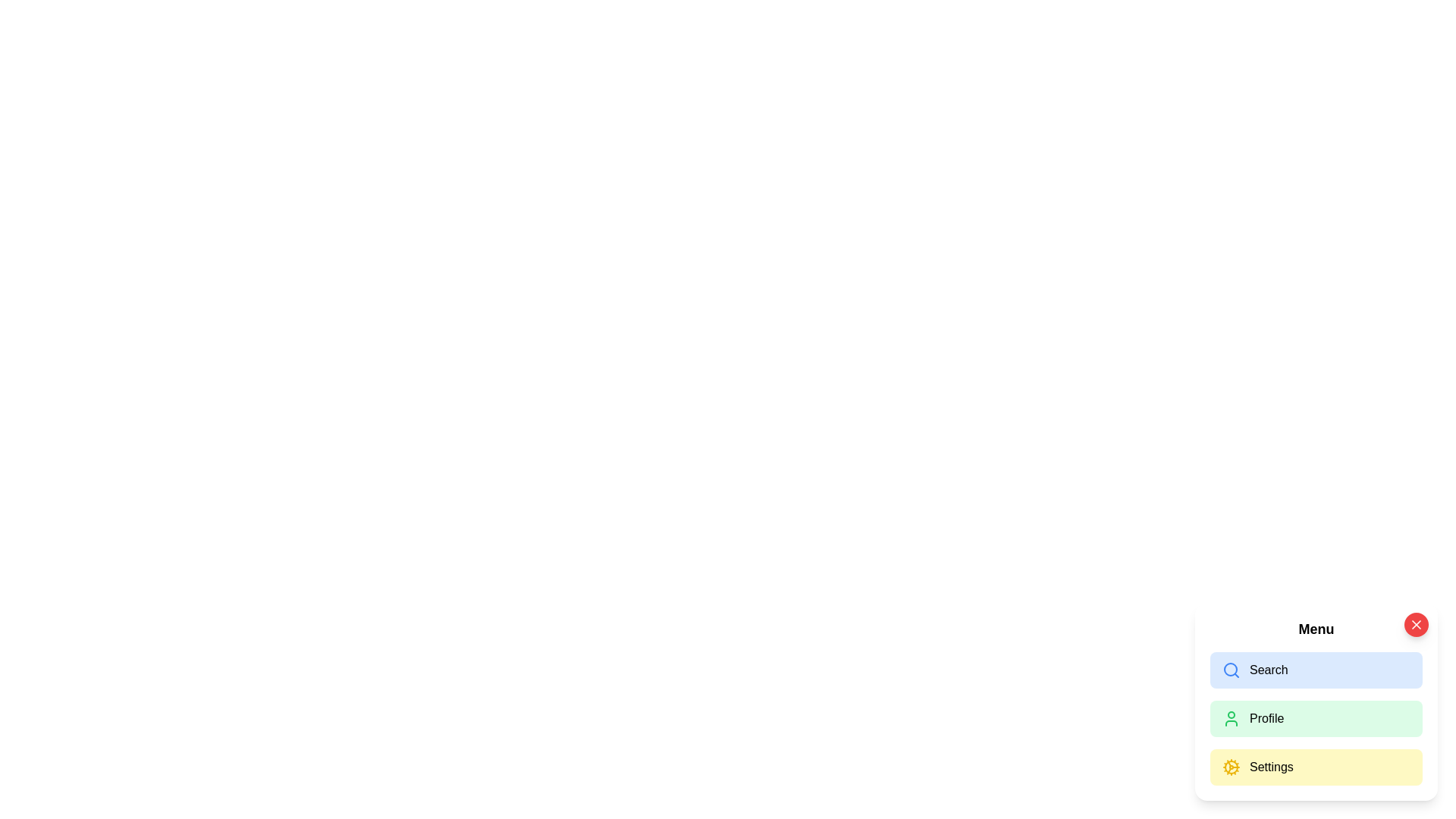 The height and width of the screenshot is (819, 1456). Describe the element at coordinates (1231, 718) in the screenshot. I see `the green-colored user icon within the 'Profile' button` at that location.